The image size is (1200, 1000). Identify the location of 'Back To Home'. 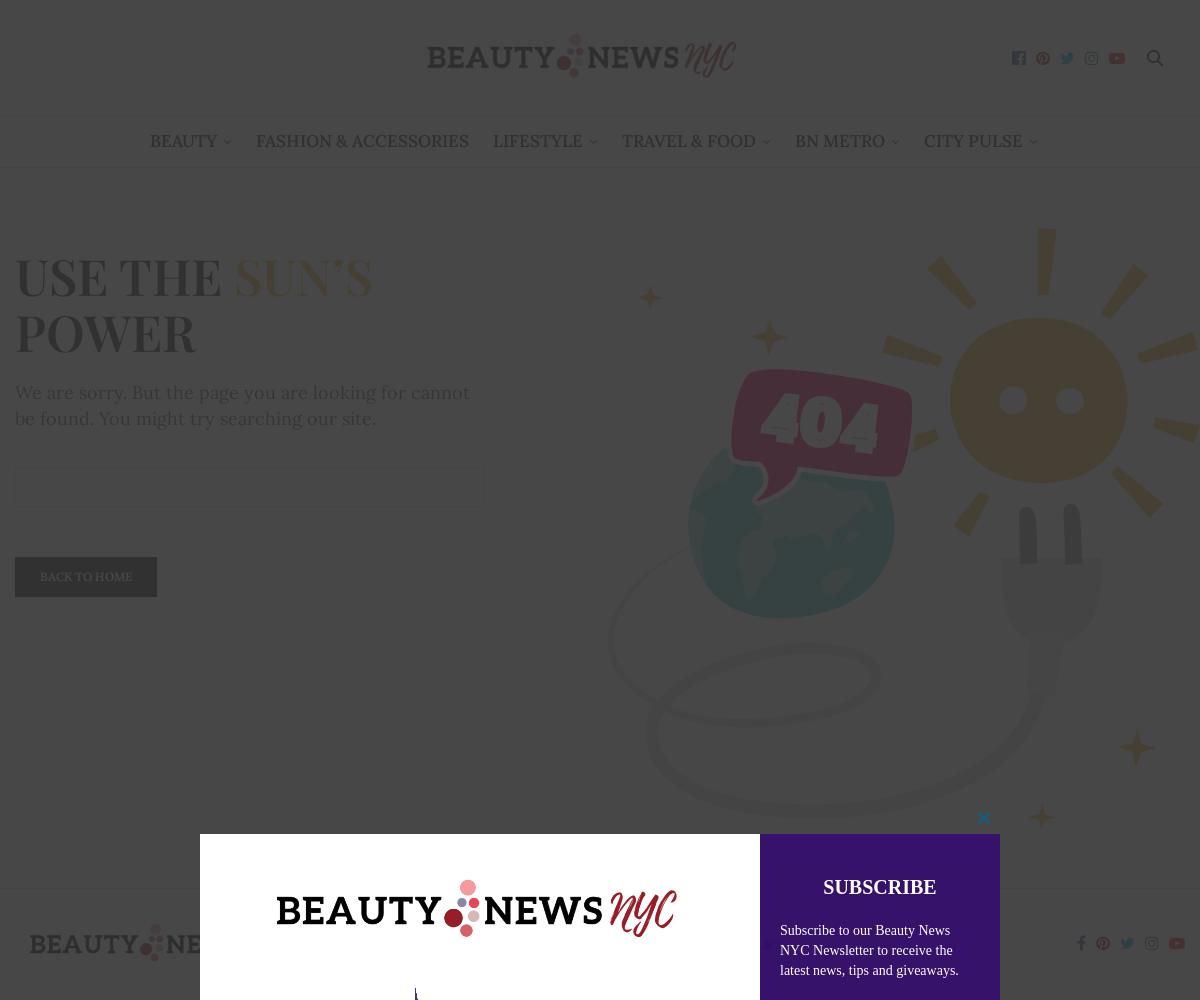
(86, 574).